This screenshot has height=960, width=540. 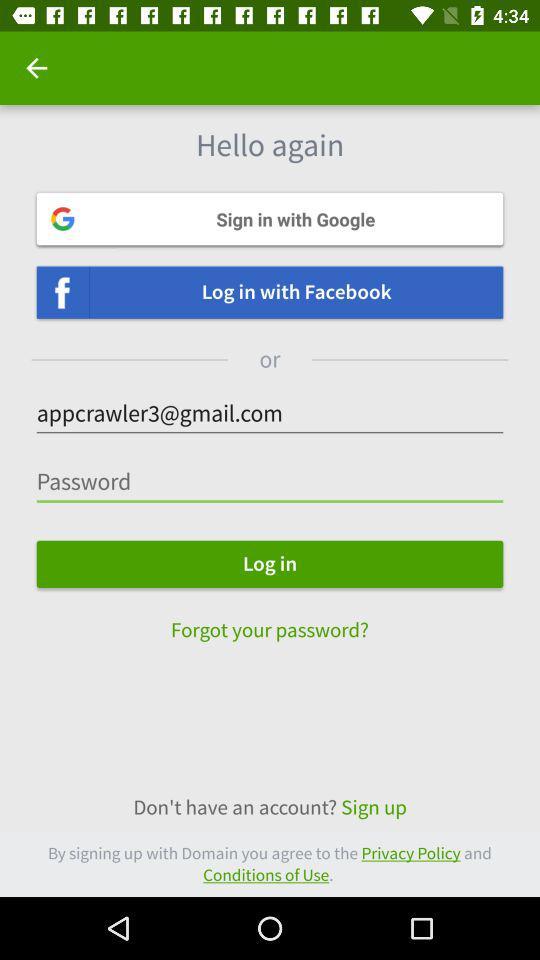 What do you see at coordinates (270, 618) in the screenshot?
I see `the text forgot your password` at bounding box center [270, 618].